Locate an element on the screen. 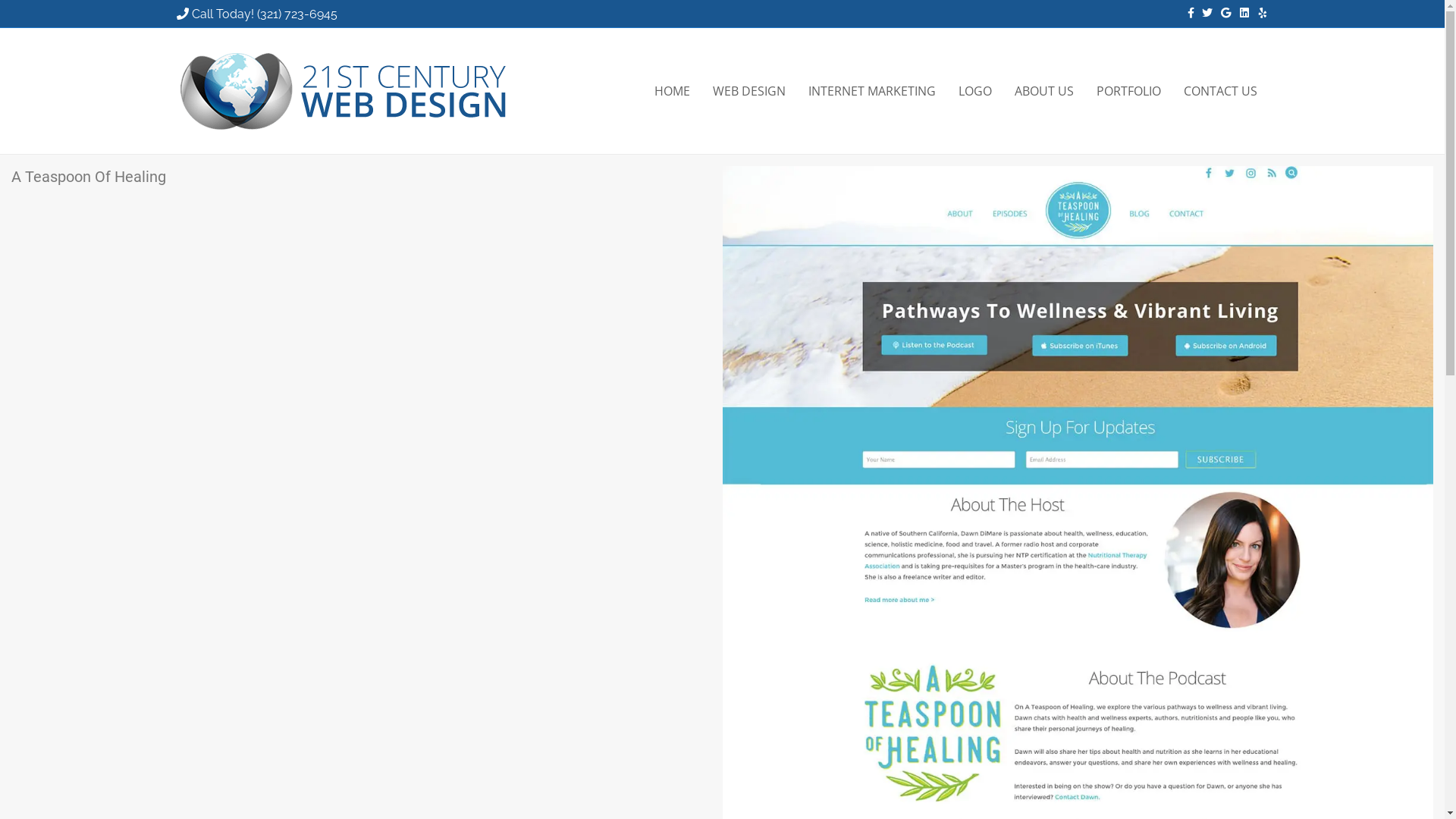 The height and width of the screenshot is (819, 1456). 'Yelp' is located at coordinates (1257, 11).